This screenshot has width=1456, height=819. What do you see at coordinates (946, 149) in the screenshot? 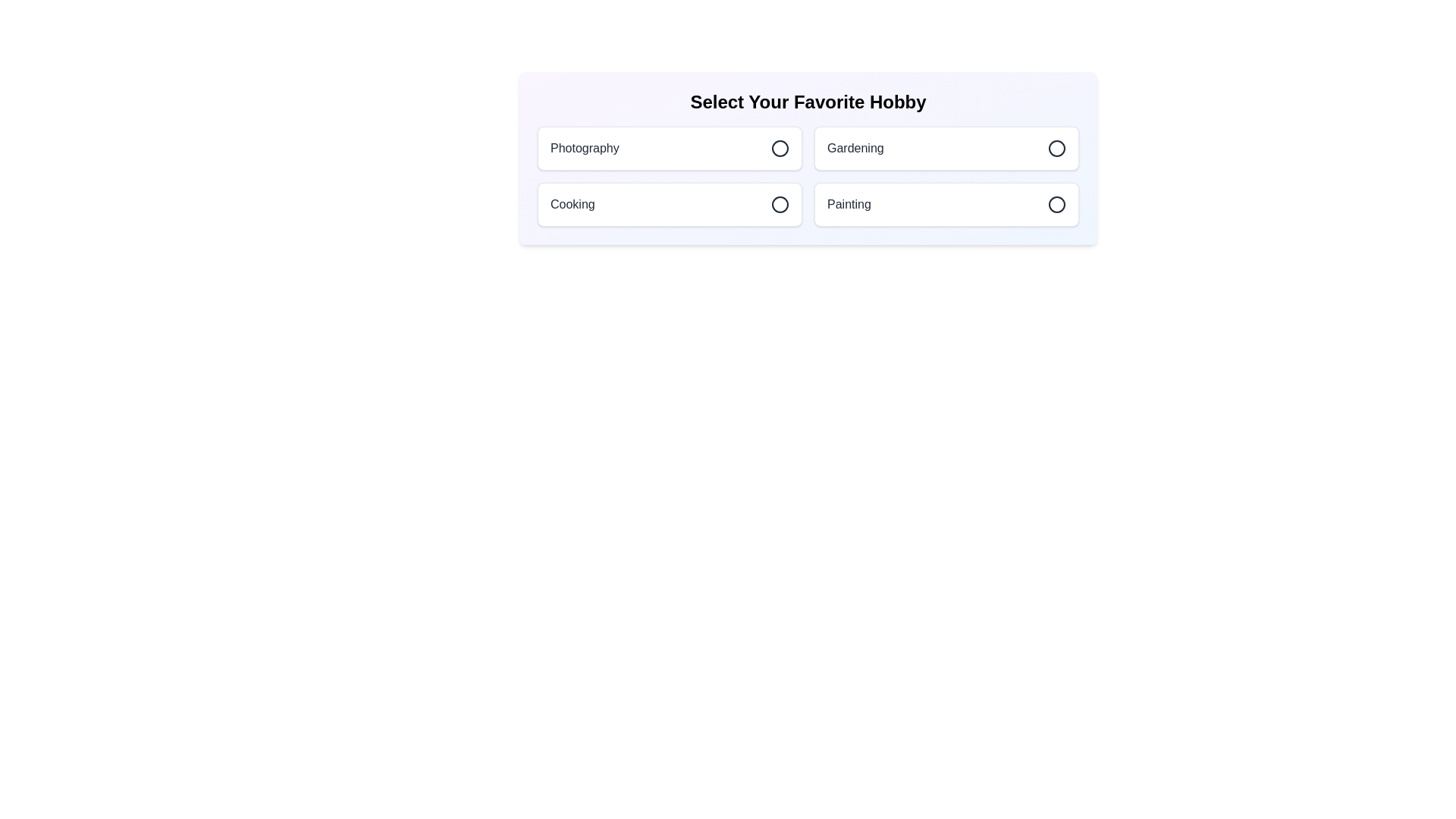
I see `the 'Gardening' selectable option with a radio button` at bounding box center [946, 149].